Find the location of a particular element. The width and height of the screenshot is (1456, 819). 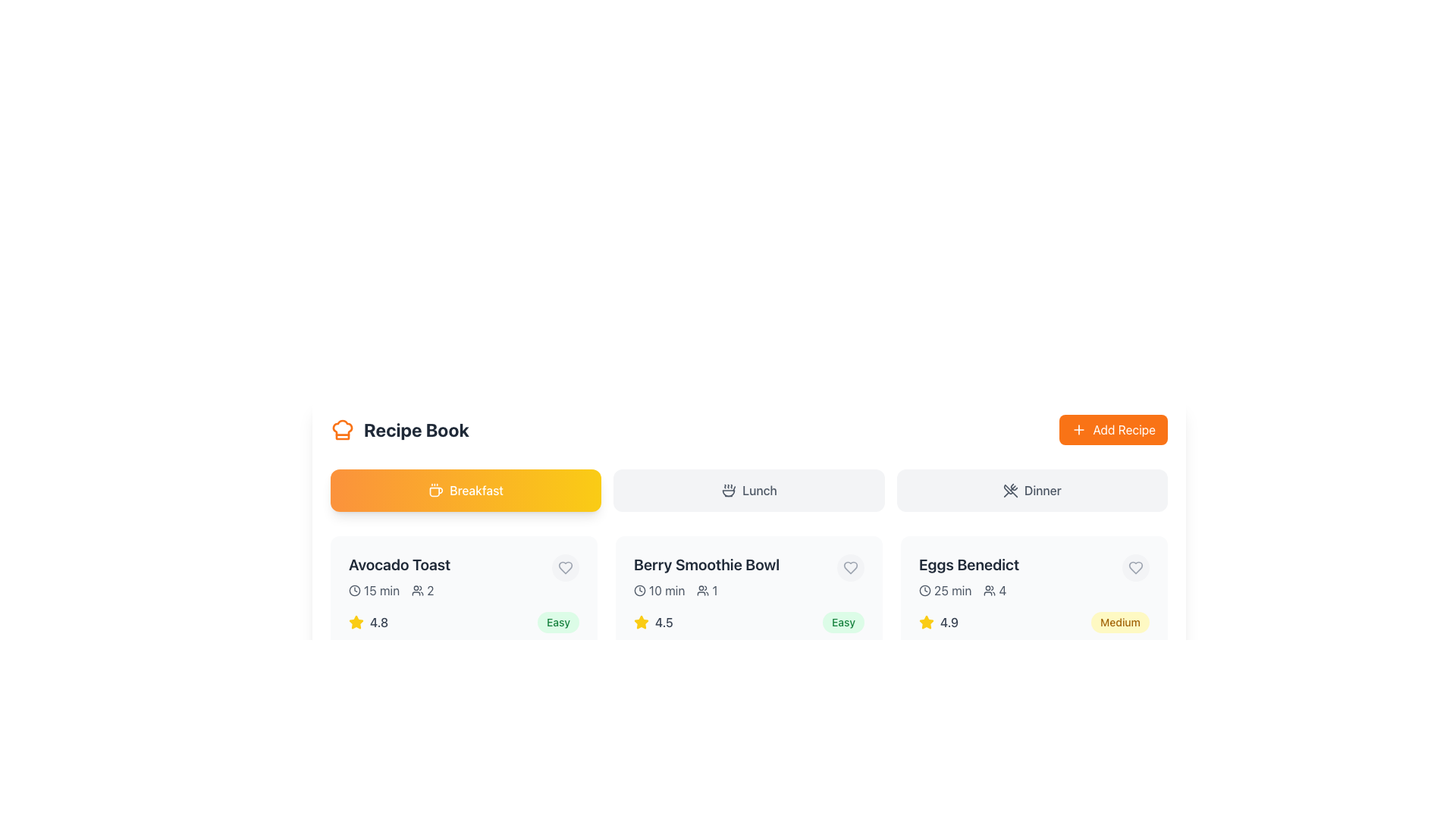

information contained in the 'Eggs Benedict' recipe card, which includes the title, preparation time, and servings is located at coordinates (968, 576).